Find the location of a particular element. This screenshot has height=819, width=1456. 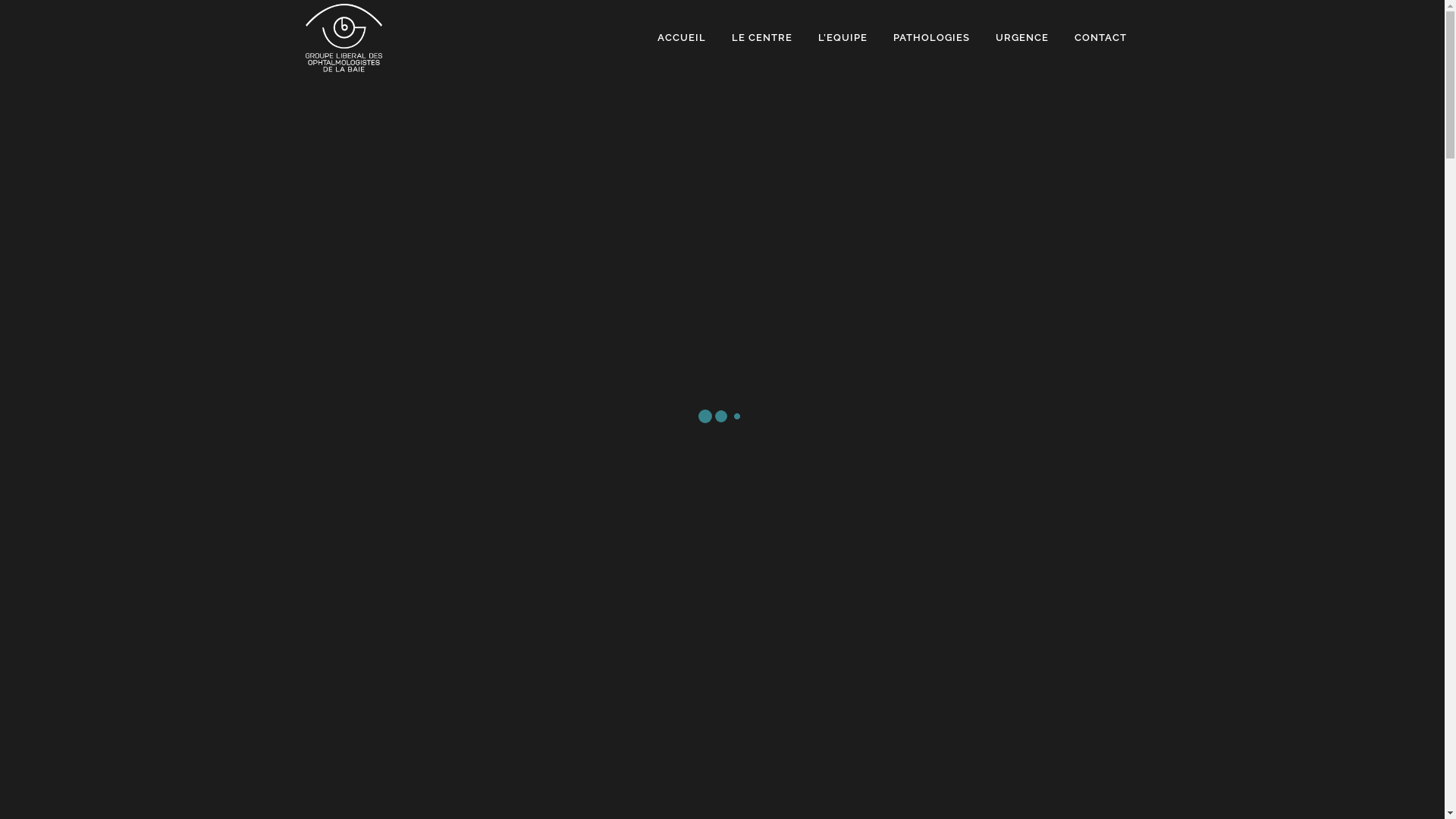

'LE CENTRE' is located at coordinates (761, 37).